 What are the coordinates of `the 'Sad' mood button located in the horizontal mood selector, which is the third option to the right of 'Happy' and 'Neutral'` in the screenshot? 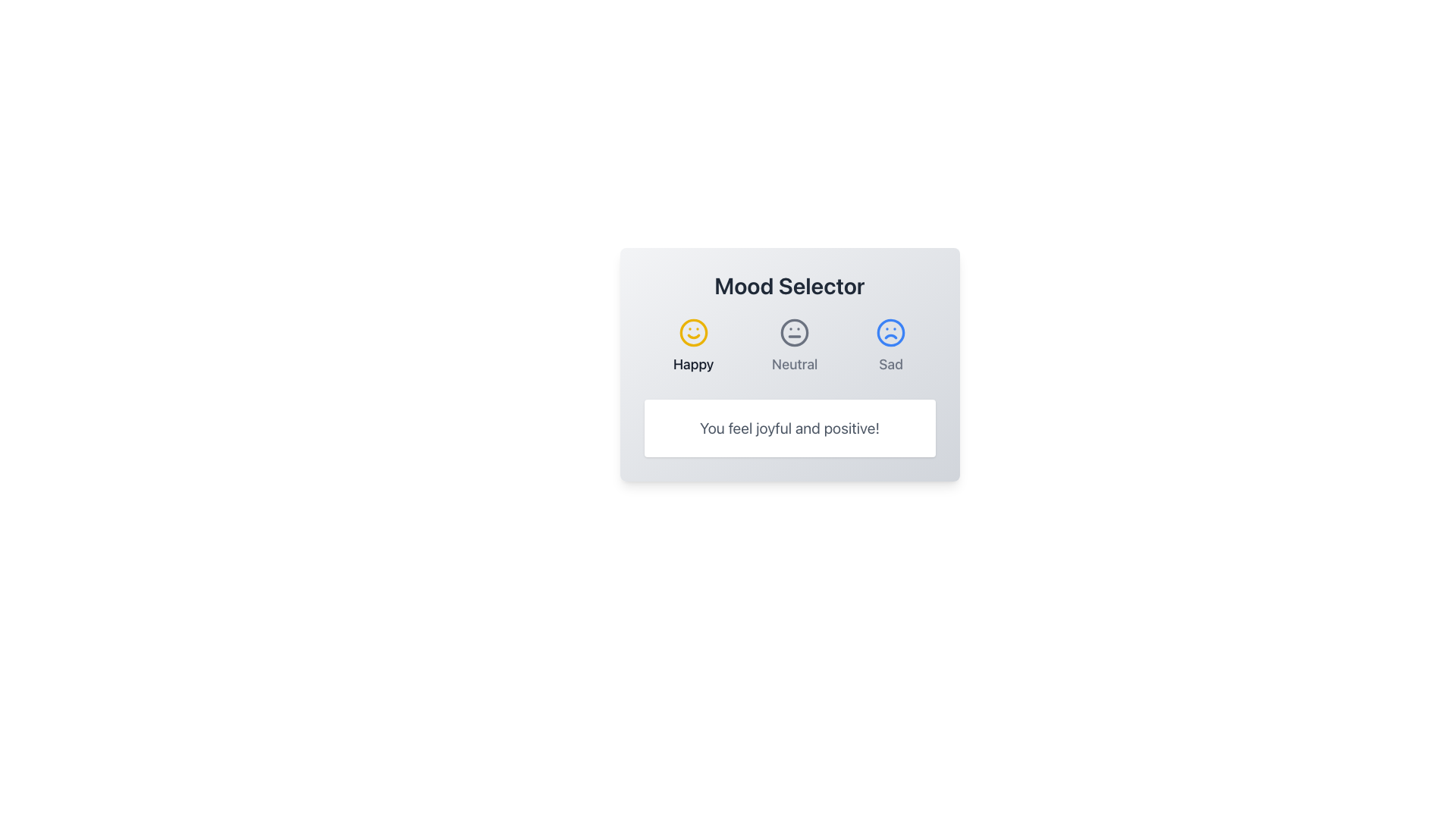 It's located at (891, 346).